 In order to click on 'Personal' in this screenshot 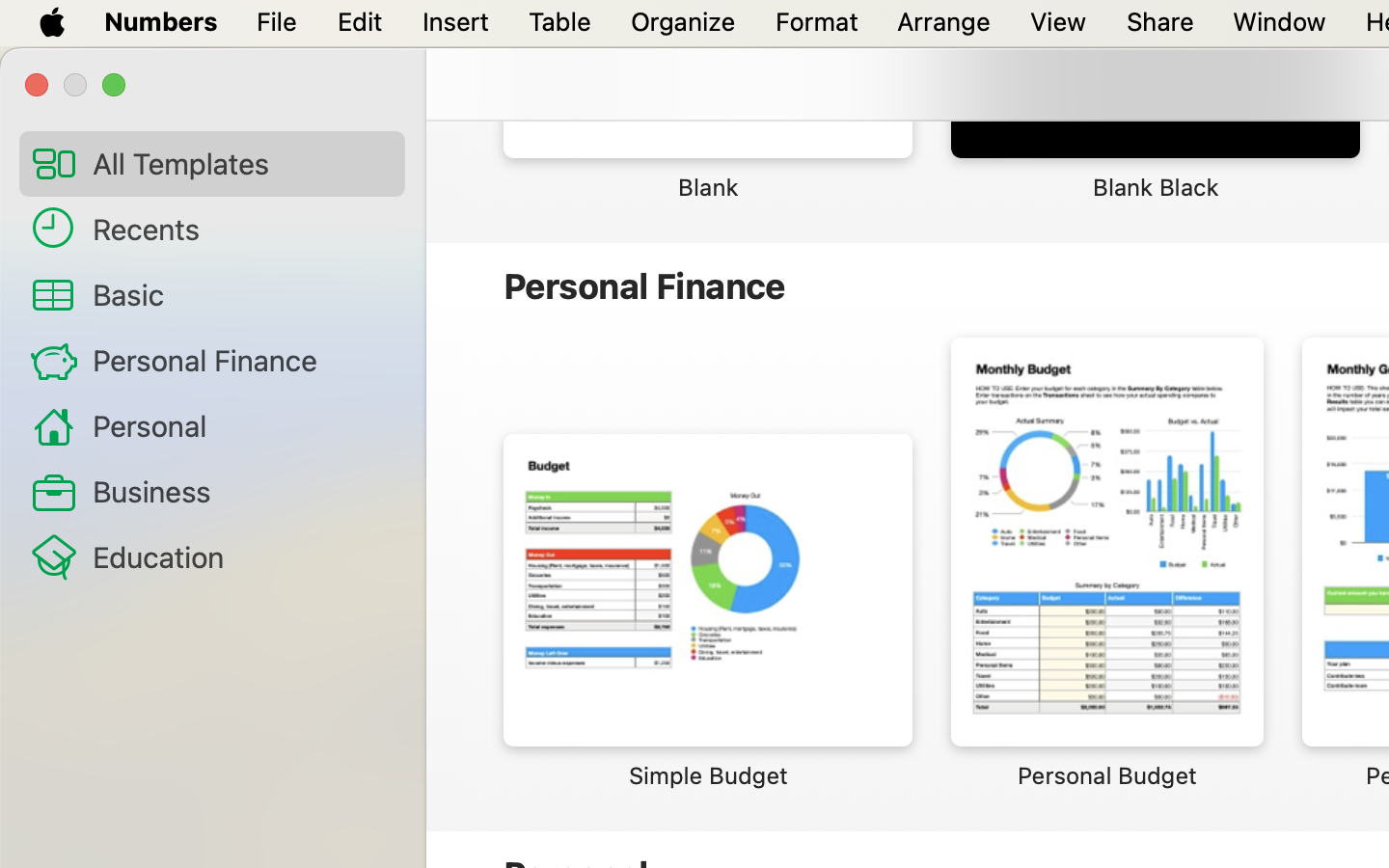, I will do `click(239, 425)`.